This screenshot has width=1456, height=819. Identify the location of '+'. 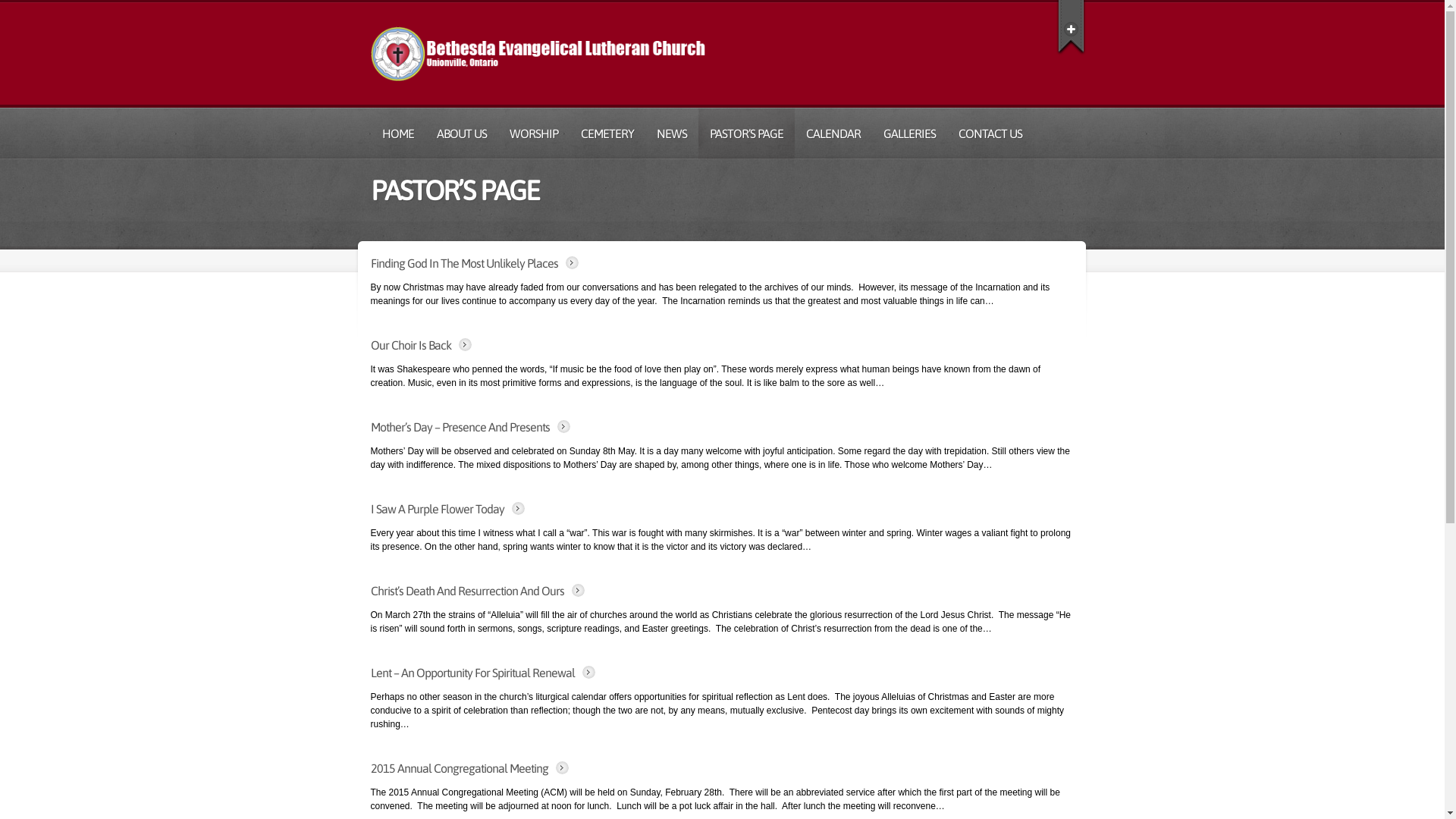
(1070, 26).